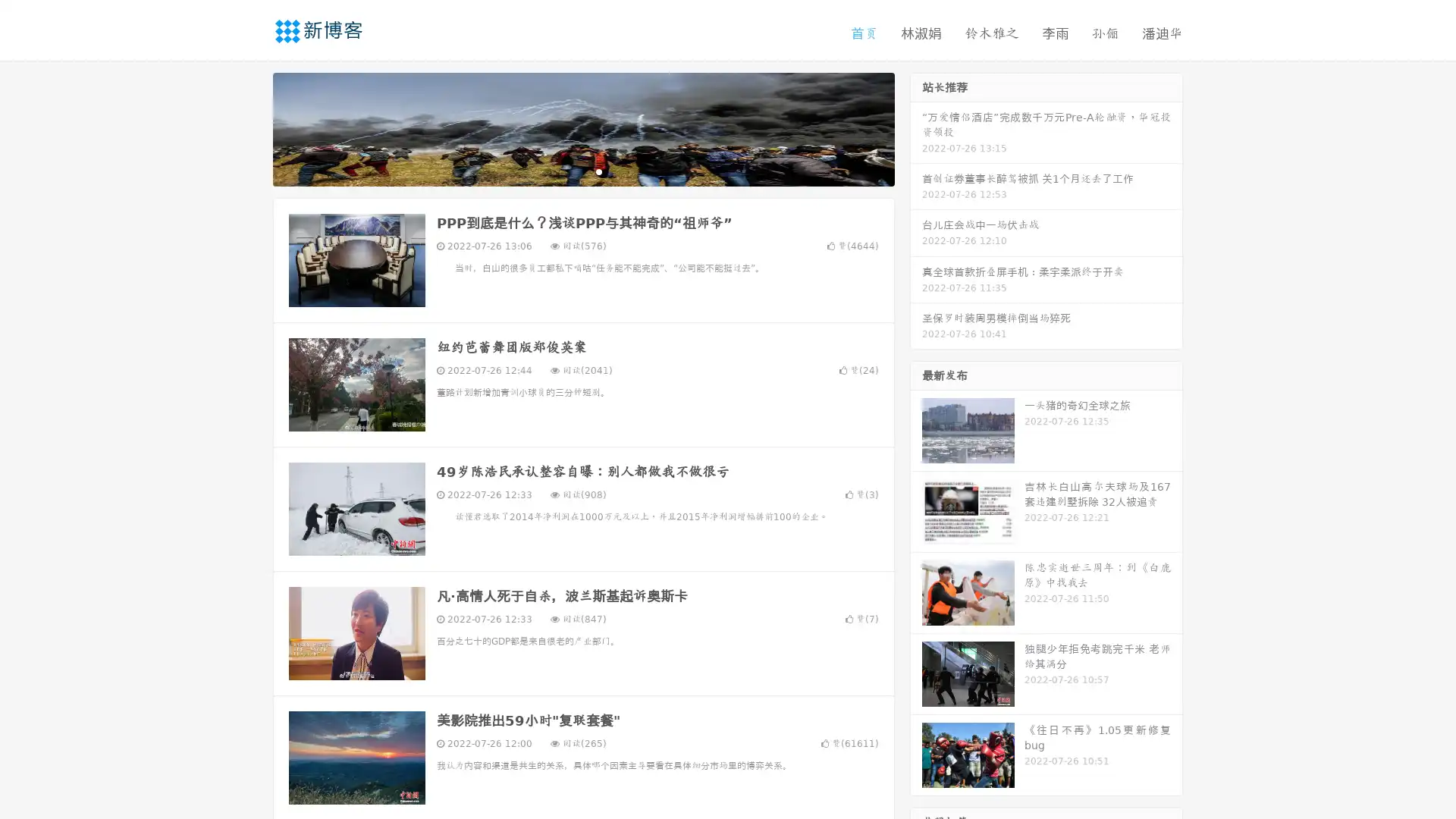 The width and height of the screenshot is (1456, 819). I want to click on Previous slide, so click(250, 127).